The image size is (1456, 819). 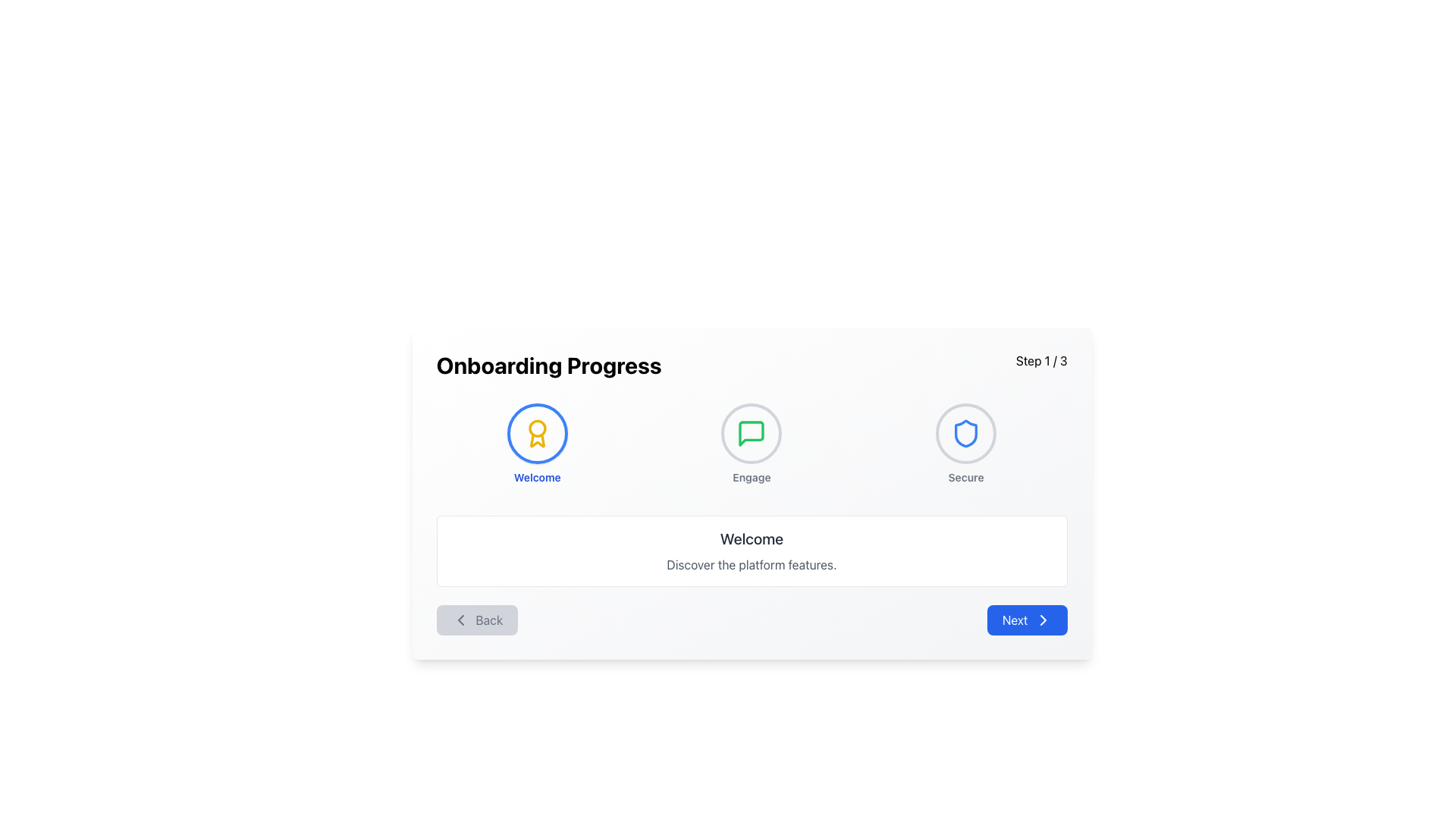 I want to click on the right-pointing chevron icon within the 'Next' button located at the lower-right corner of the interface, so click(x=1042, y=620).